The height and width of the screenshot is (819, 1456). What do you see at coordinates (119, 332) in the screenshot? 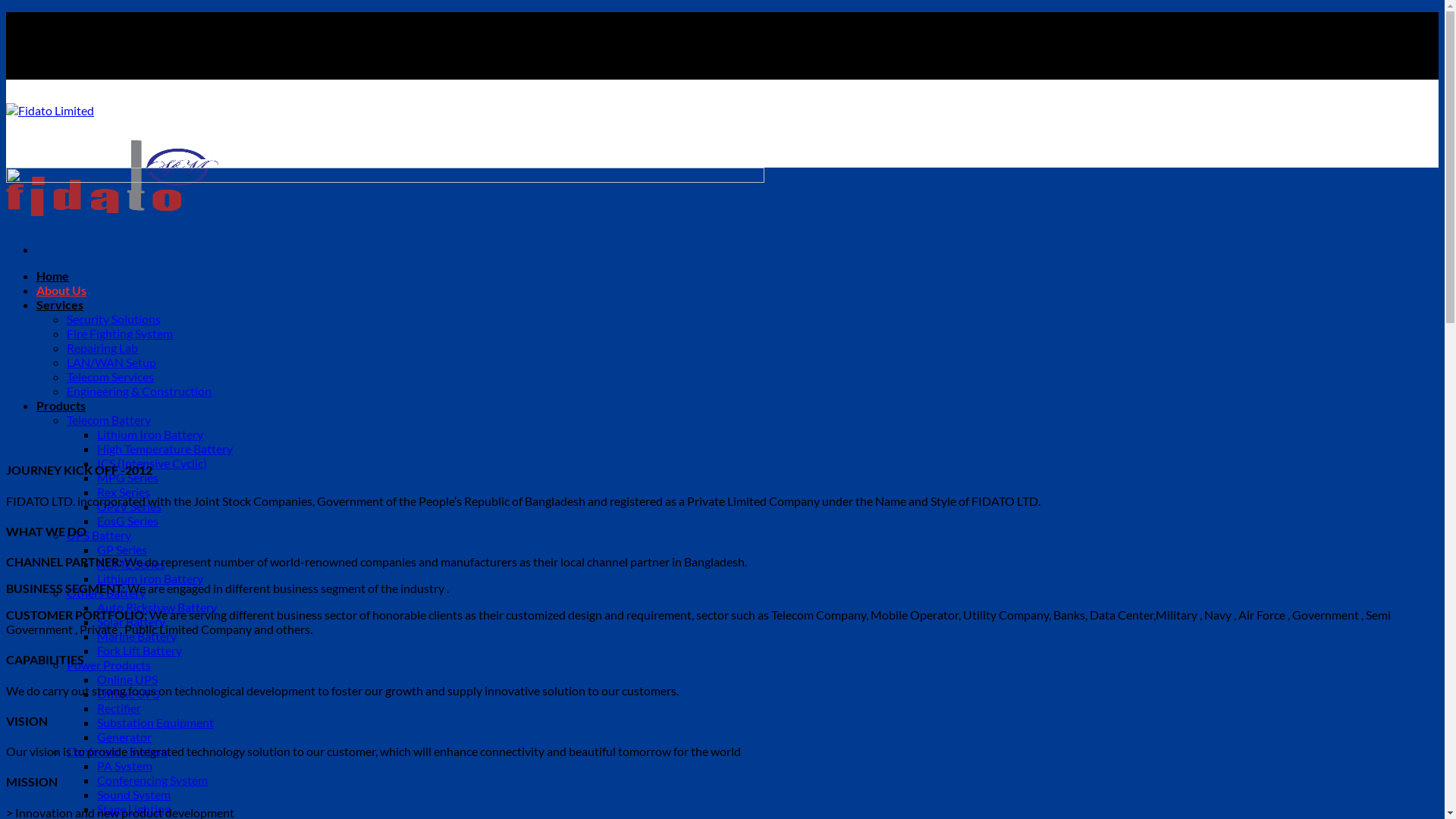
I see `'Fire Fighting System'` at bounding box center [119, 332].